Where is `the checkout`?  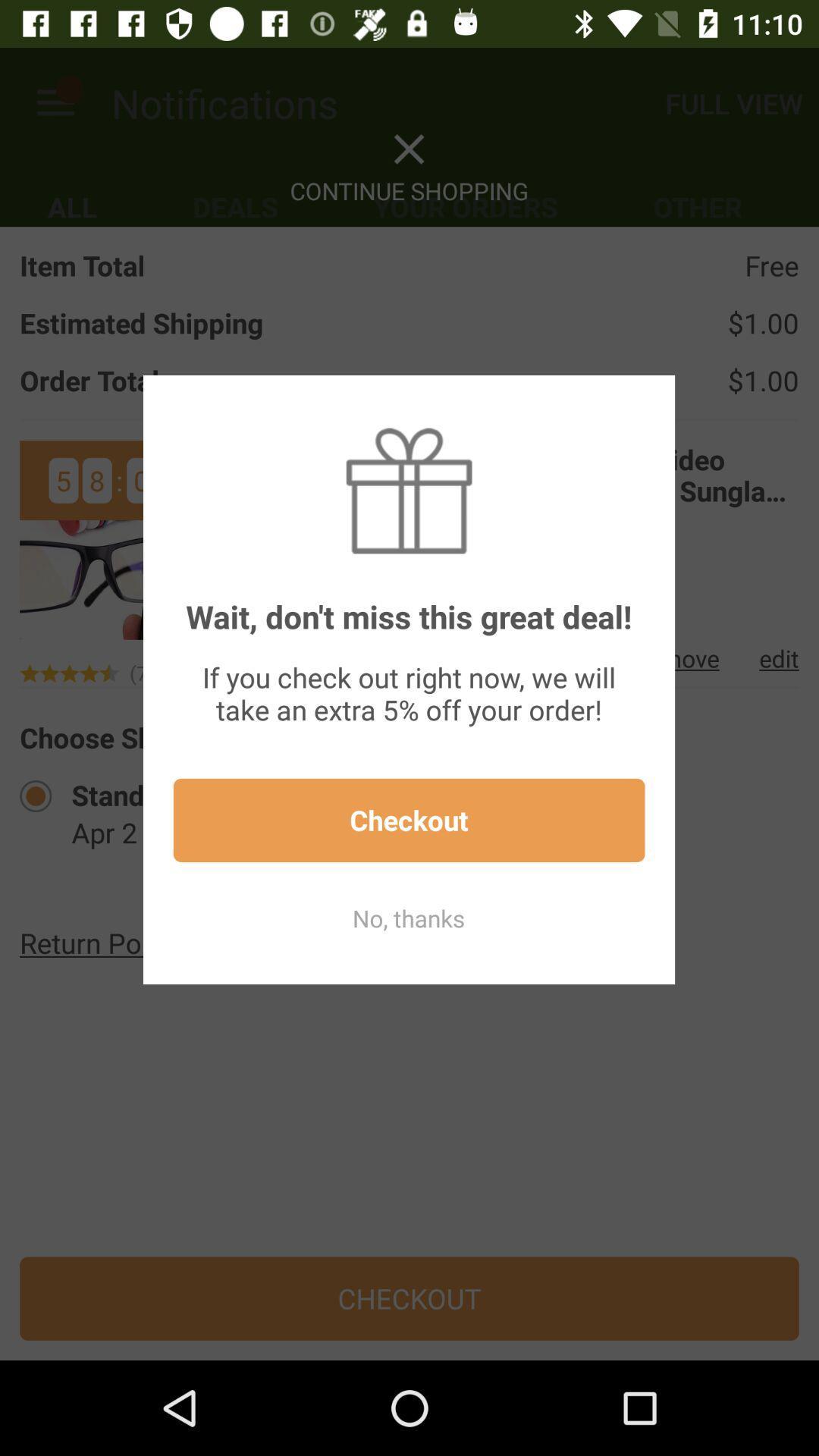
the checkout is located at coordinates (408, 819).